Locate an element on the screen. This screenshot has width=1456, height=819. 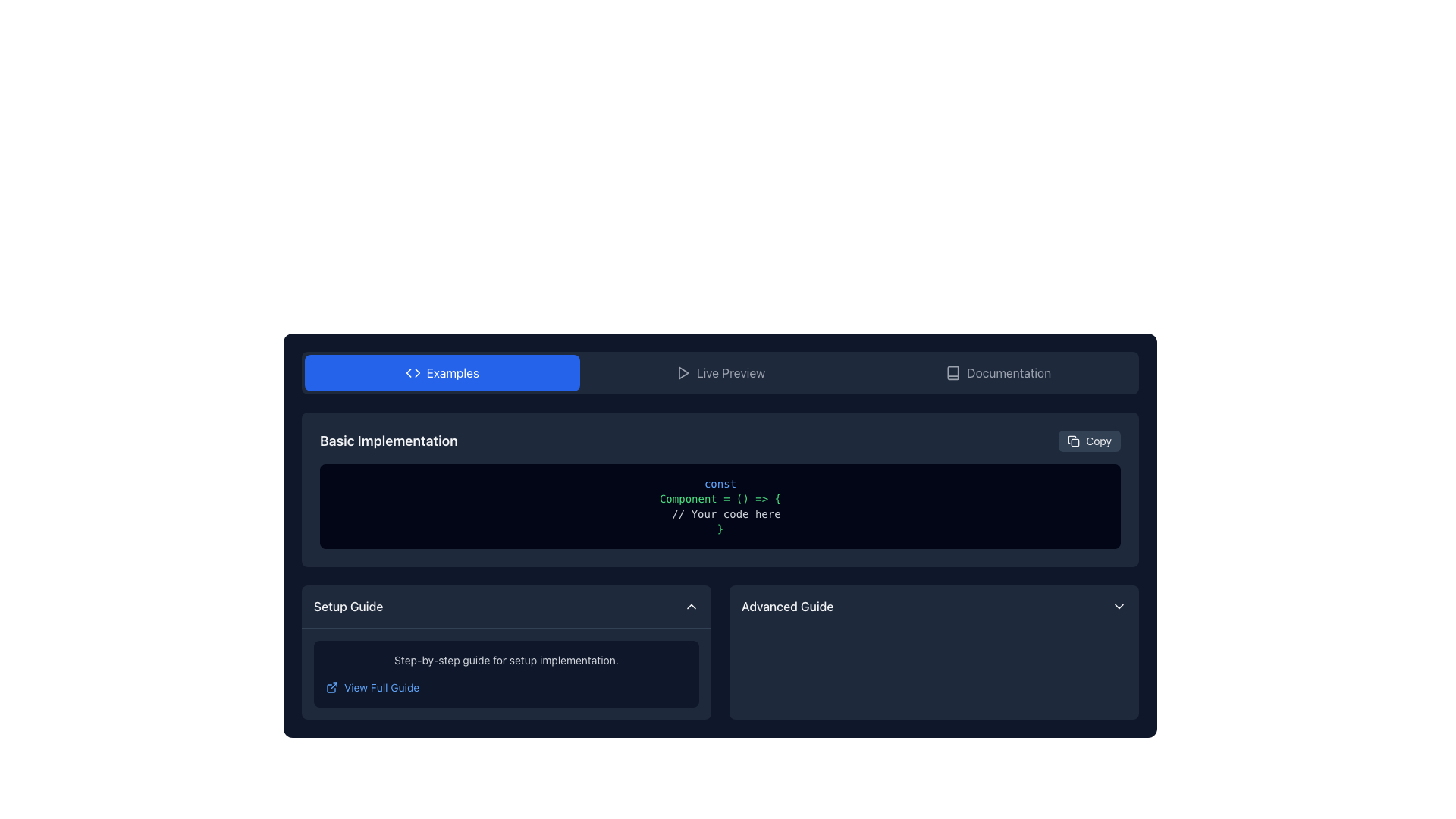
the 'Advanced Guide' label is located at coordinates (787, 605).